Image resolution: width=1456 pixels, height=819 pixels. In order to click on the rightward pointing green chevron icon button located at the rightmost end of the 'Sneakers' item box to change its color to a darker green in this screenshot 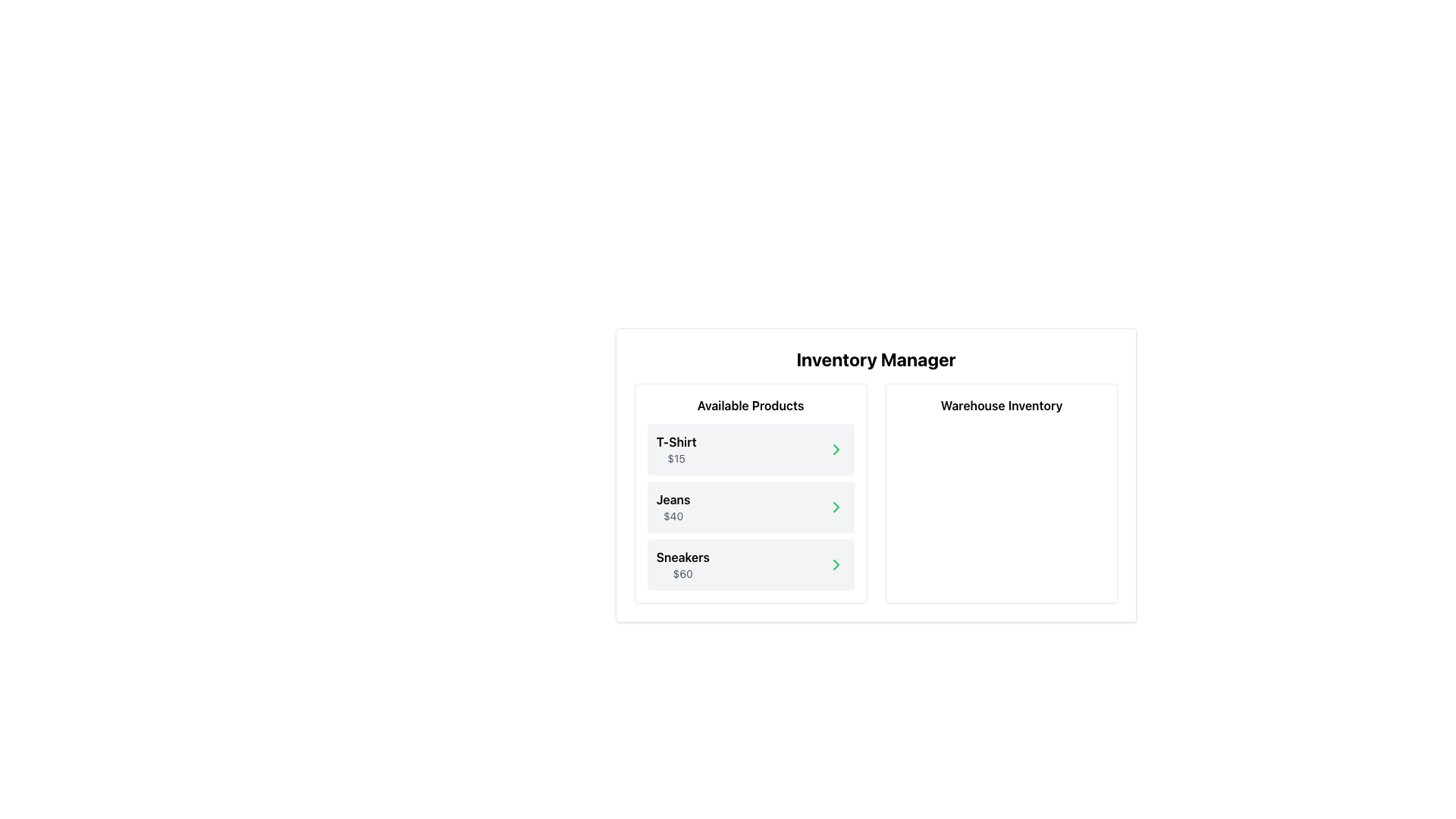, I will do `click(835, 564)`.